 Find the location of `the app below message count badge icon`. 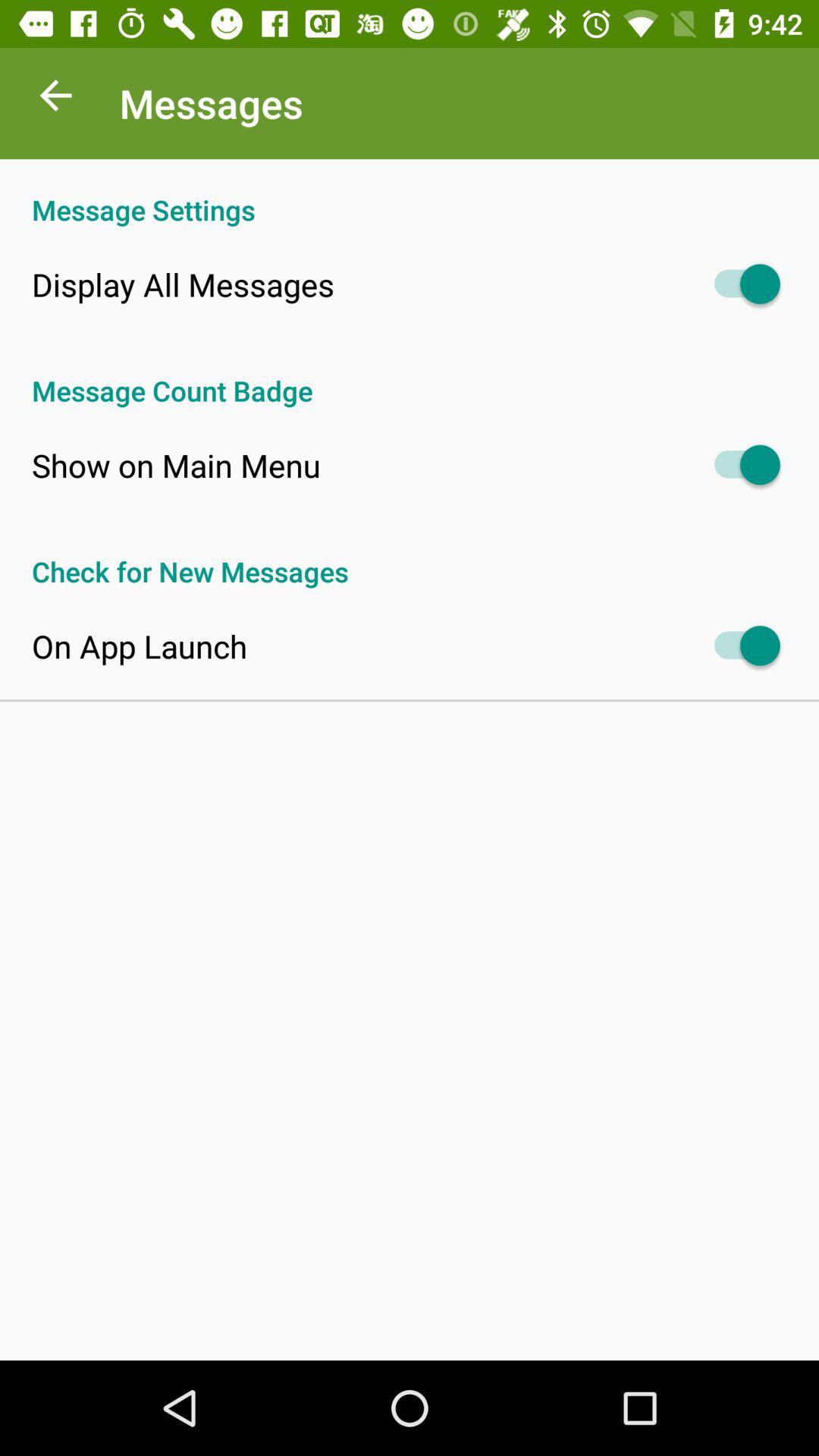

the app below message count badge icon is located at coordinates (175, 464).